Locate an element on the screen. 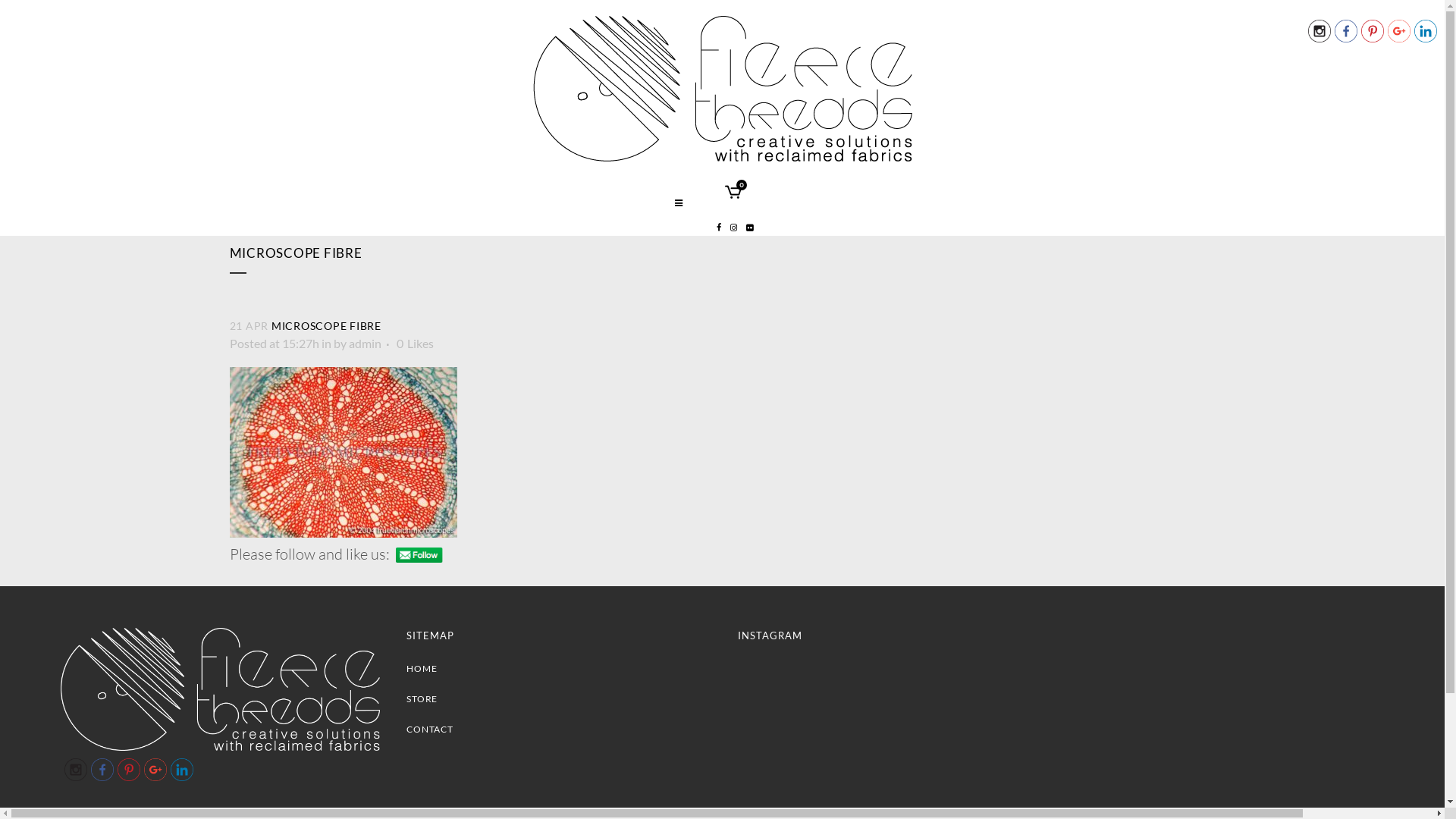 The width and height of the screenshot is (1456, 819). '0 Likes' is located at coordinates (414, 343).